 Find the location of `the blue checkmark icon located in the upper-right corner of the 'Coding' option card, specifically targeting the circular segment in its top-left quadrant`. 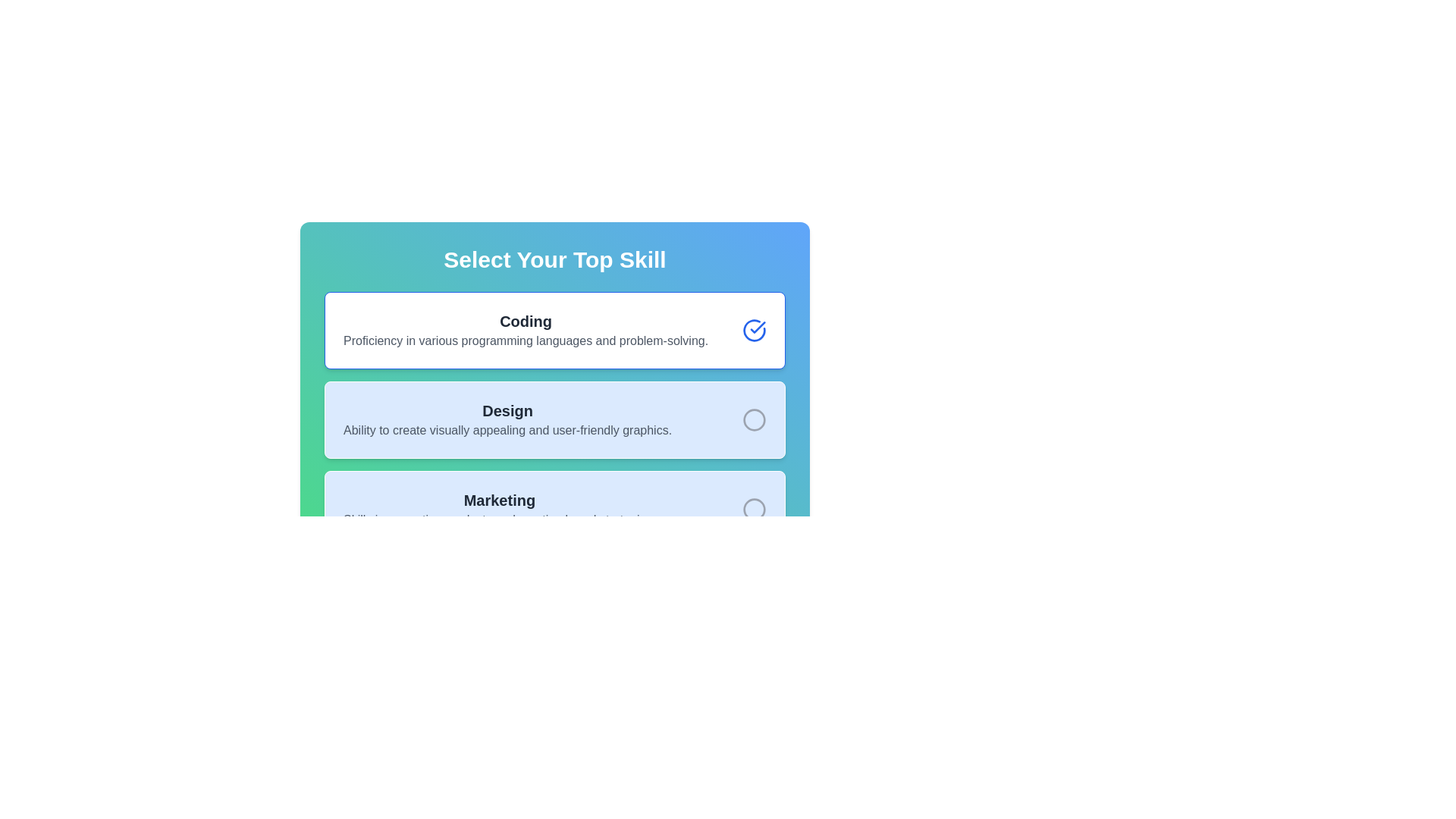

the blue checkmark icon located in the upper-right corner of the 'Coding' option card, specifically targeting the circular segment in its top-left quadrant is located at coordinates (754, 329).